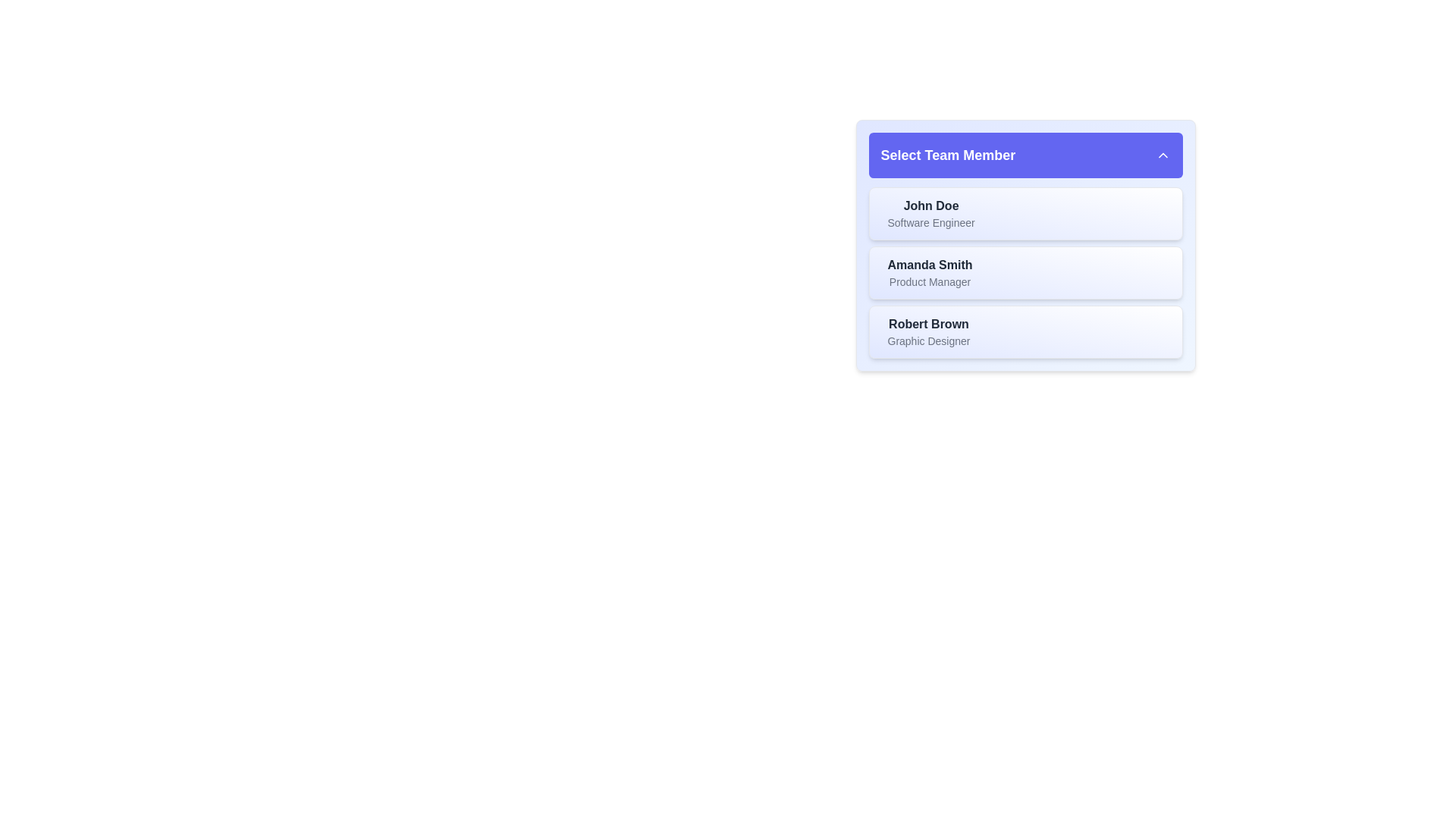 The width and height of the screenshot is (1456, 819). What do you see at coordinates (929, 265) in the screenshot?
I see `the text label displaying the name 'Amanda Smith'` at bounding box center [929, 265].